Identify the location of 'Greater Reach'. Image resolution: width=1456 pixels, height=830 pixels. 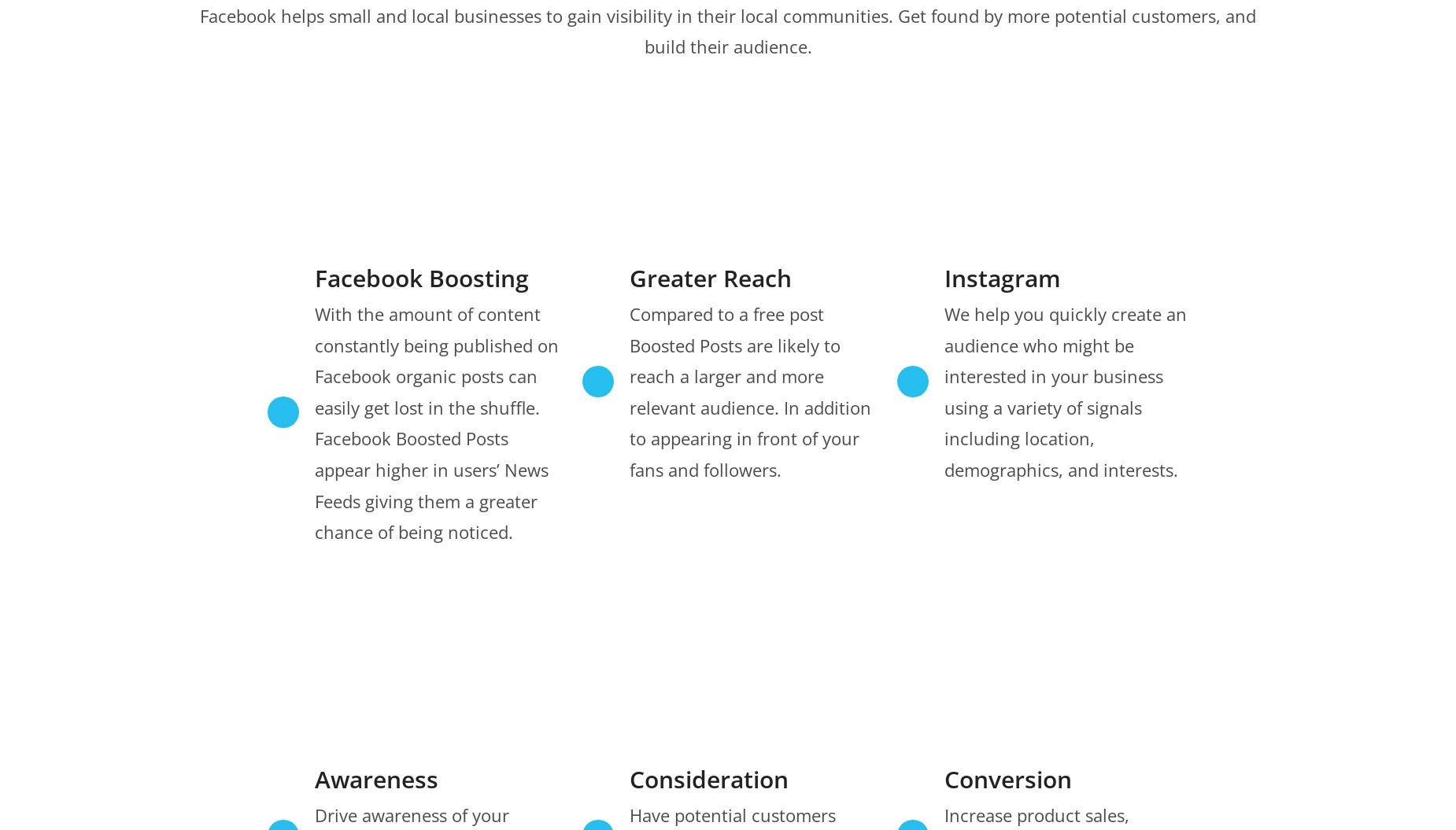
(710, 278).